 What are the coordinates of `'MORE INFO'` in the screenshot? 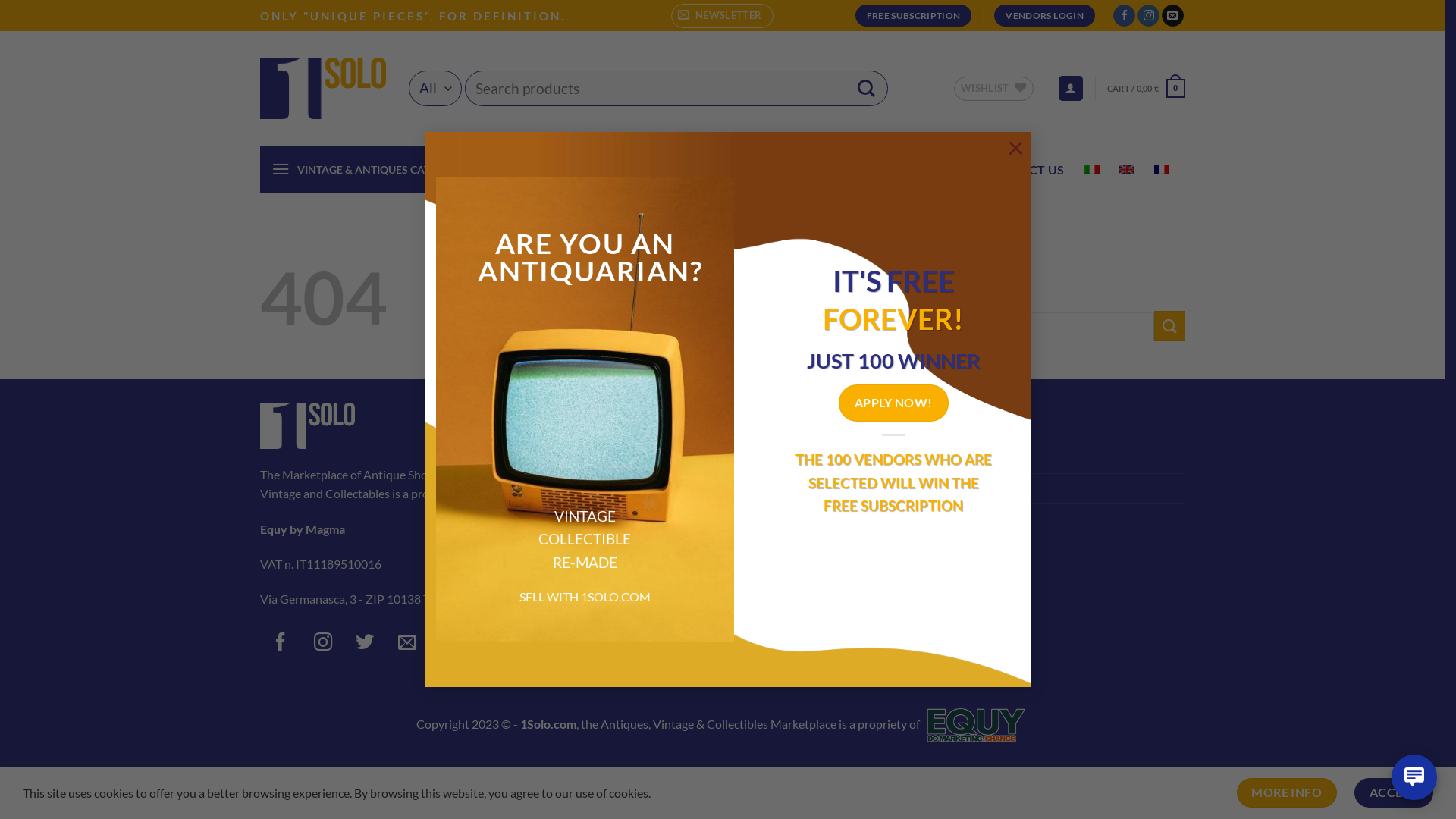 It's located at (1286, 792).